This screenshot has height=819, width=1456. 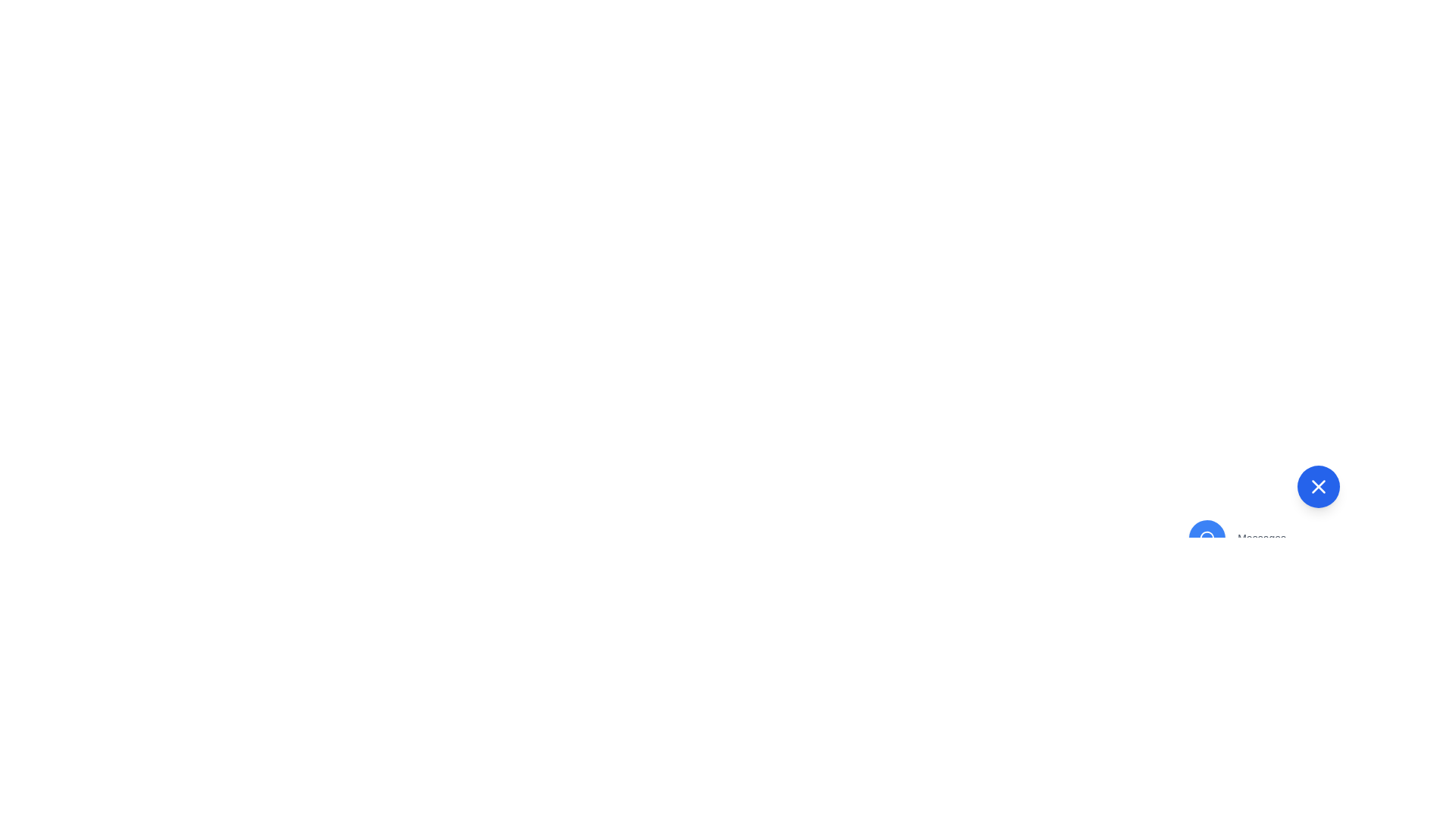 What do you see at coordinates (1317, 486) in the screenshot?
I see `floating action button to toggle the visibility of the speed dial menu` at bounding box center [1317, 486].